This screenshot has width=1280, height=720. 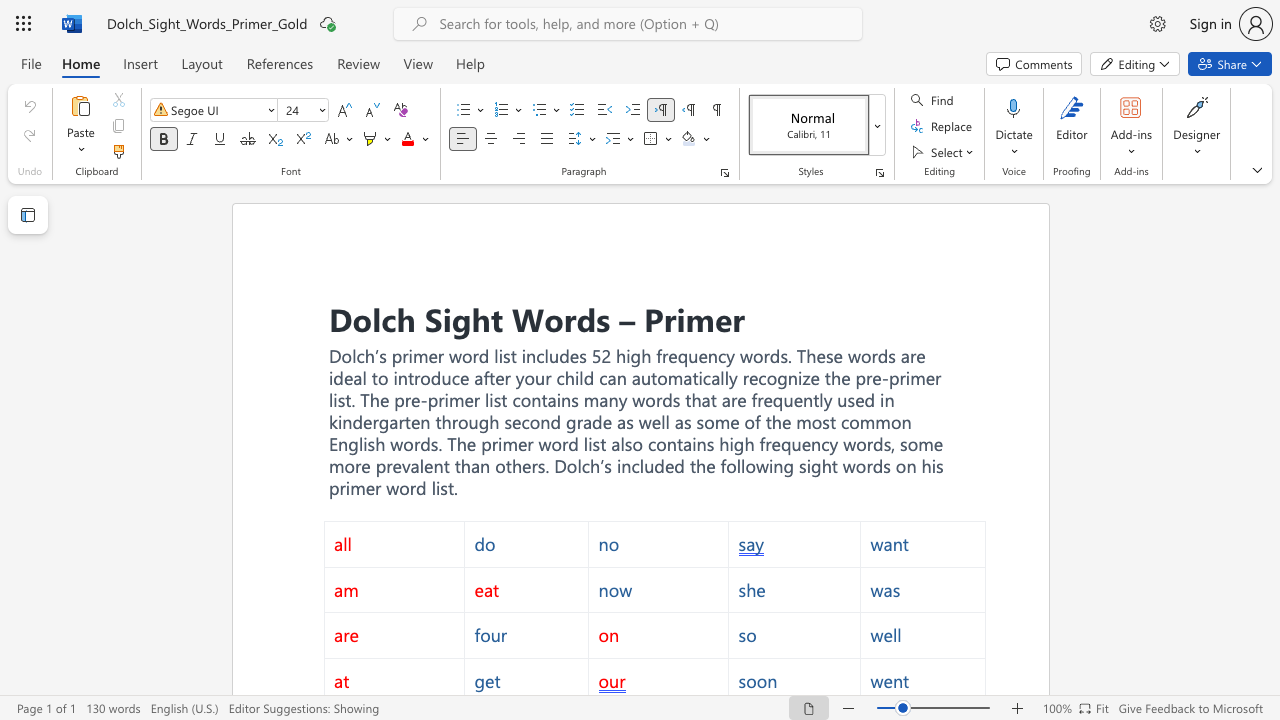 What do you see at coordinates (855, 378) in the screenshot?
I see `the subset text "pre-primer list. The pre-primer list" within the text "Dolch’s primer word list includes 52 high frequency words. These words are ideal to introduce after your child can automatically recognize the pre-primer list. The pre-primer list"` at bounding box center [855, 378].